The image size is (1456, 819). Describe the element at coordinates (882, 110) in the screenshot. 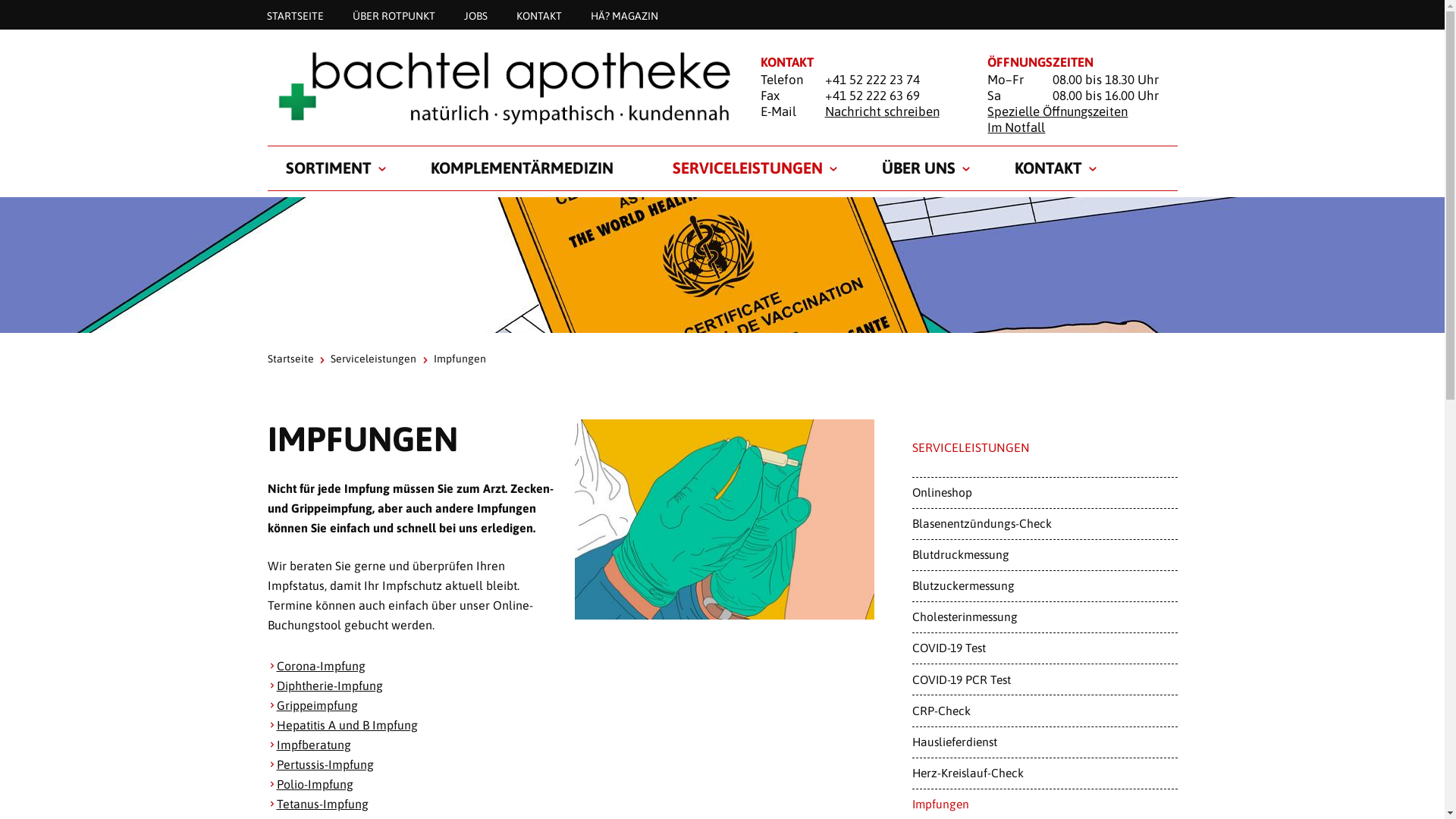

I see `'Nachricht schreiben'` at that location.